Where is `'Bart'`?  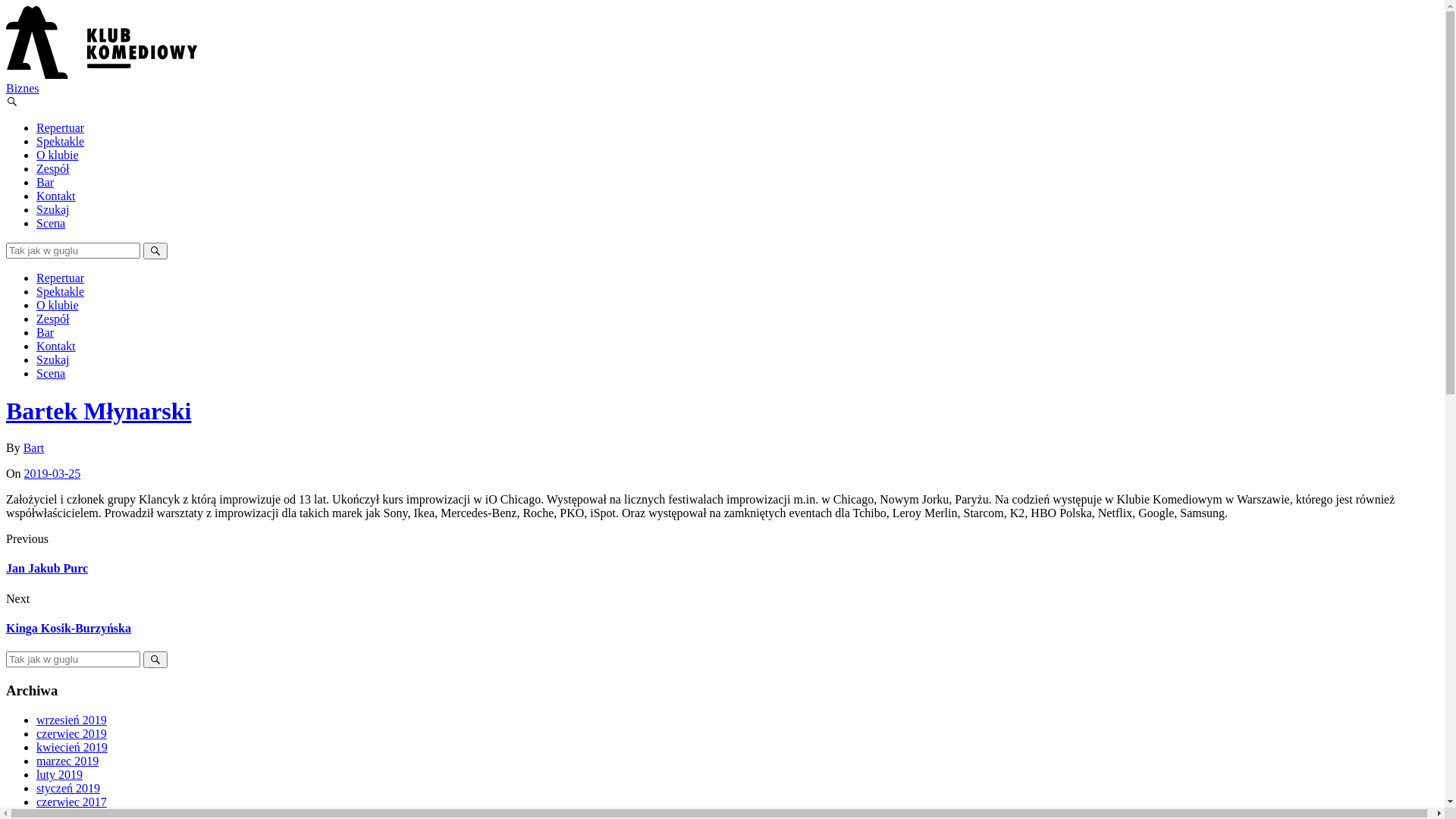 'Bart' is located at coordinates (33, 447).